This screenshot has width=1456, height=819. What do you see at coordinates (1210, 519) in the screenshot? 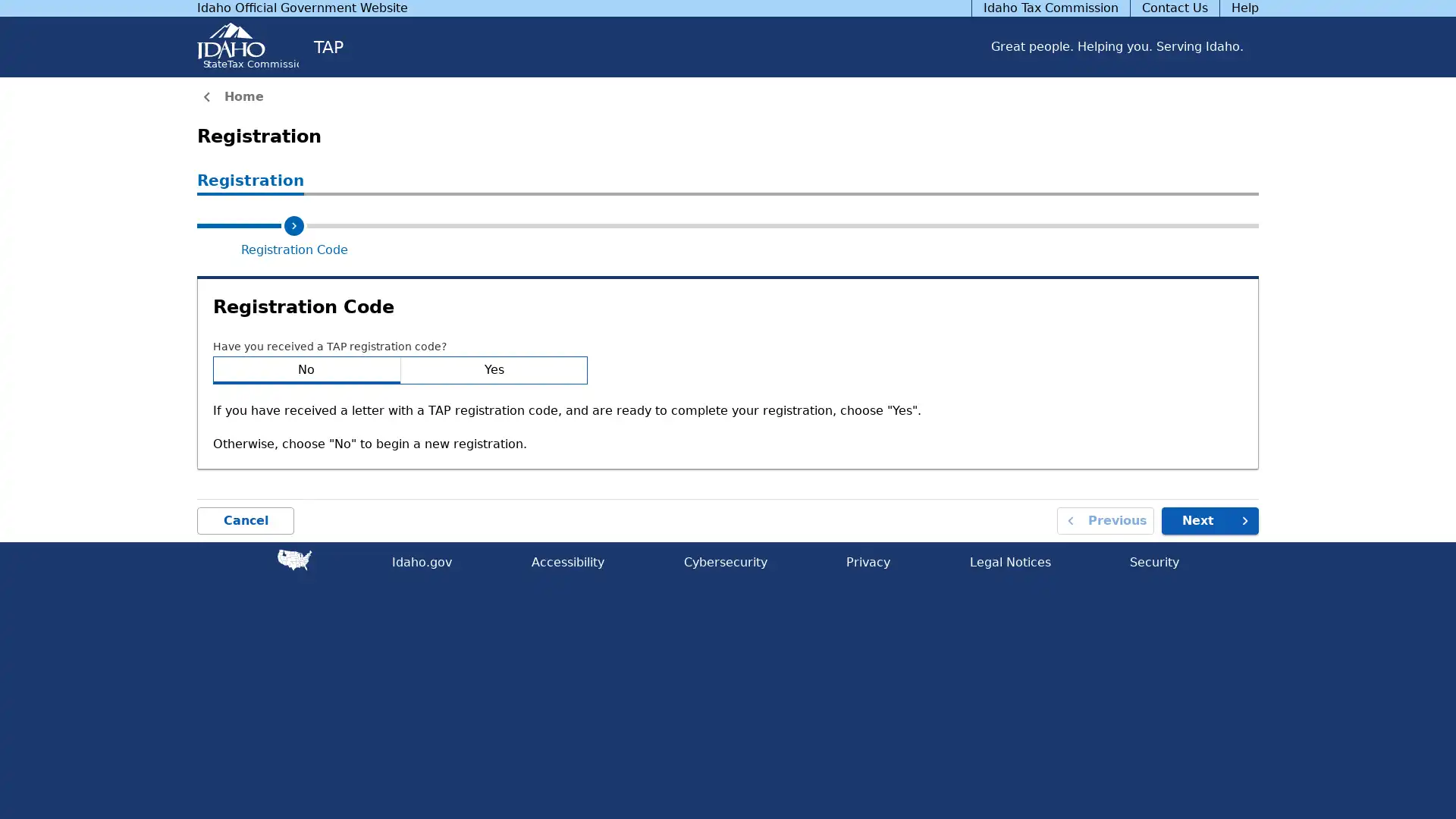
I see `Next` at bounding box center [1210, 519].